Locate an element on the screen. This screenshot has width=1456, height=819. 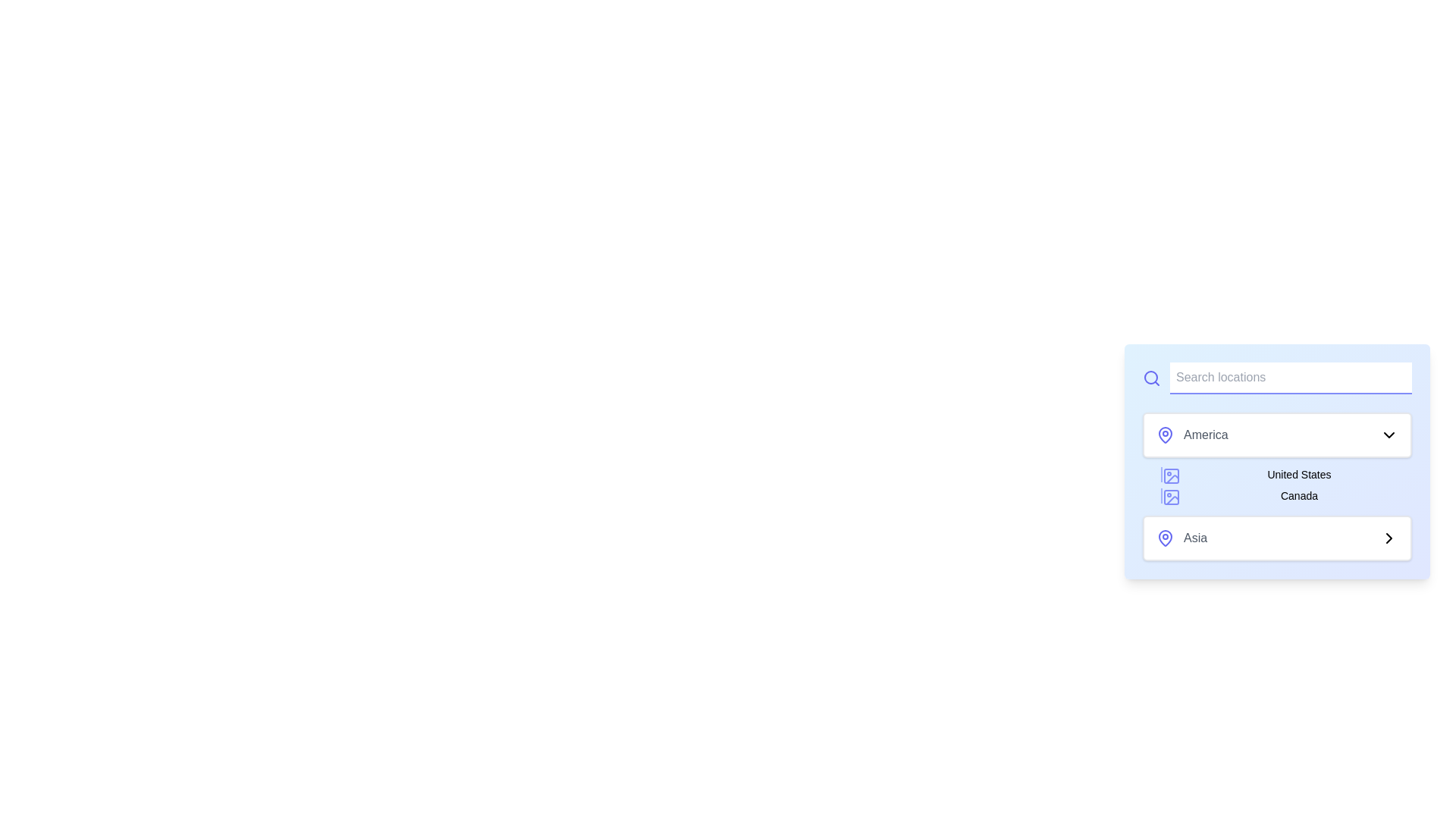
the label displaying the text 'Asia' which is styled in gray color and positioned below the 'America' option in the dropdown-like menu is located at coordinates (1194, 537).